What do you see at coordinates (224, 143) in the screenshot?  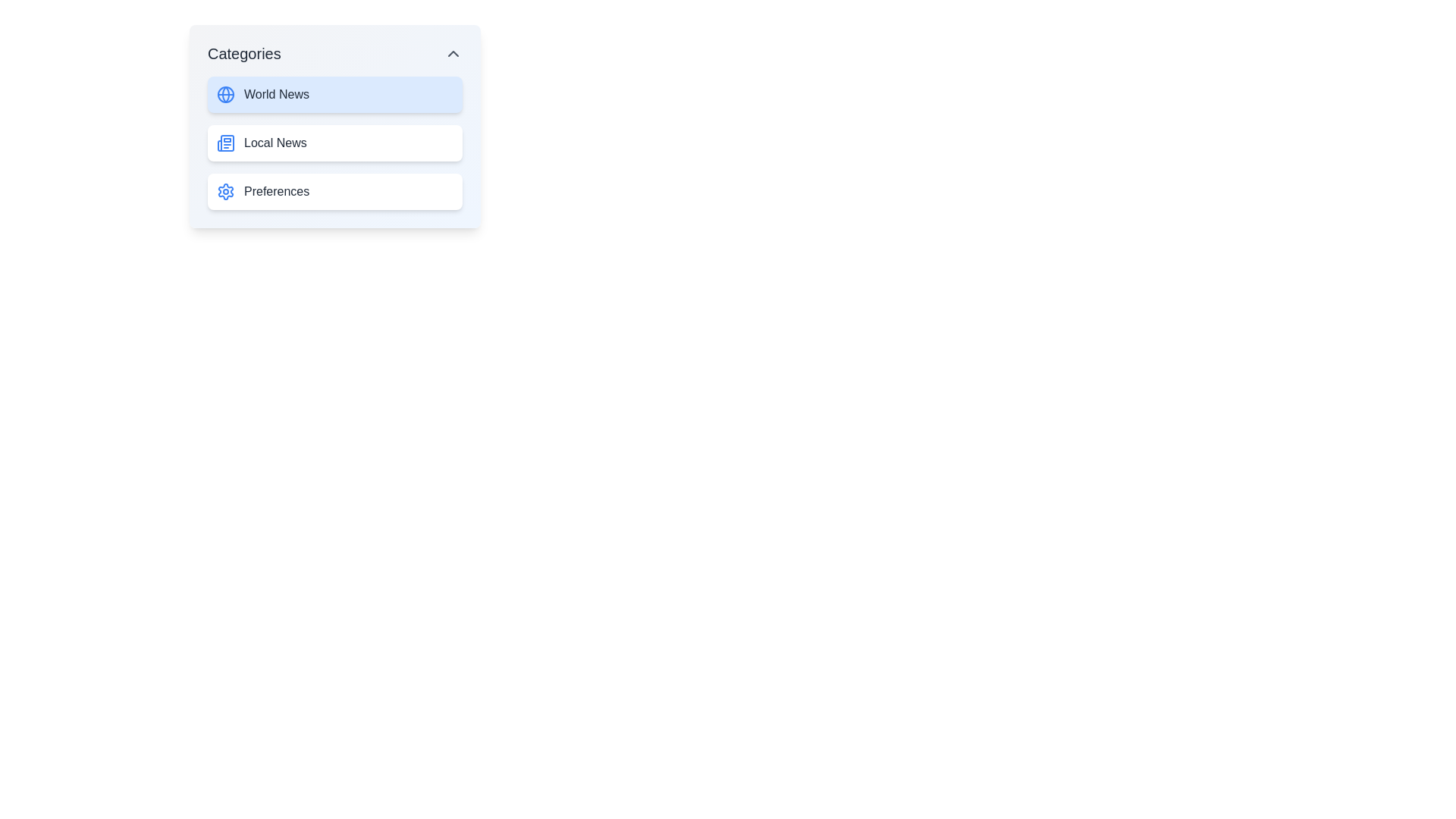 I see `the blue rectangular icon resembling a page or newspaper layout, located to the left of the 'Local News' text in the 'Categories' section` at bounding box center [224, 143].